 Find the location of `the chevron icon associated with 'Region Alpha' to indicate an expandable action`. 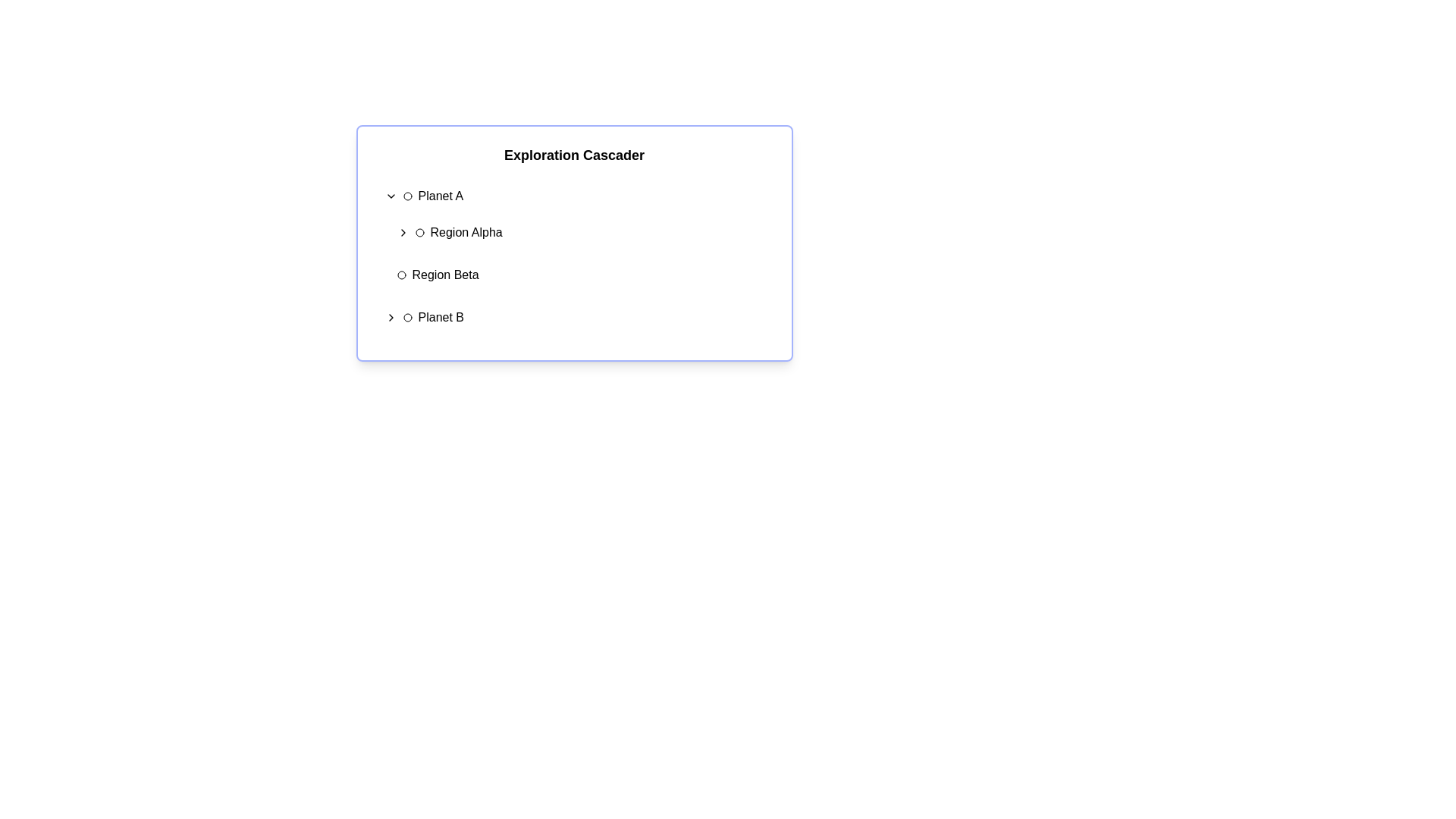

the chevron icon associated with 'Region Alpha' to indicate an expandable action is located at coordinates (403, 233).